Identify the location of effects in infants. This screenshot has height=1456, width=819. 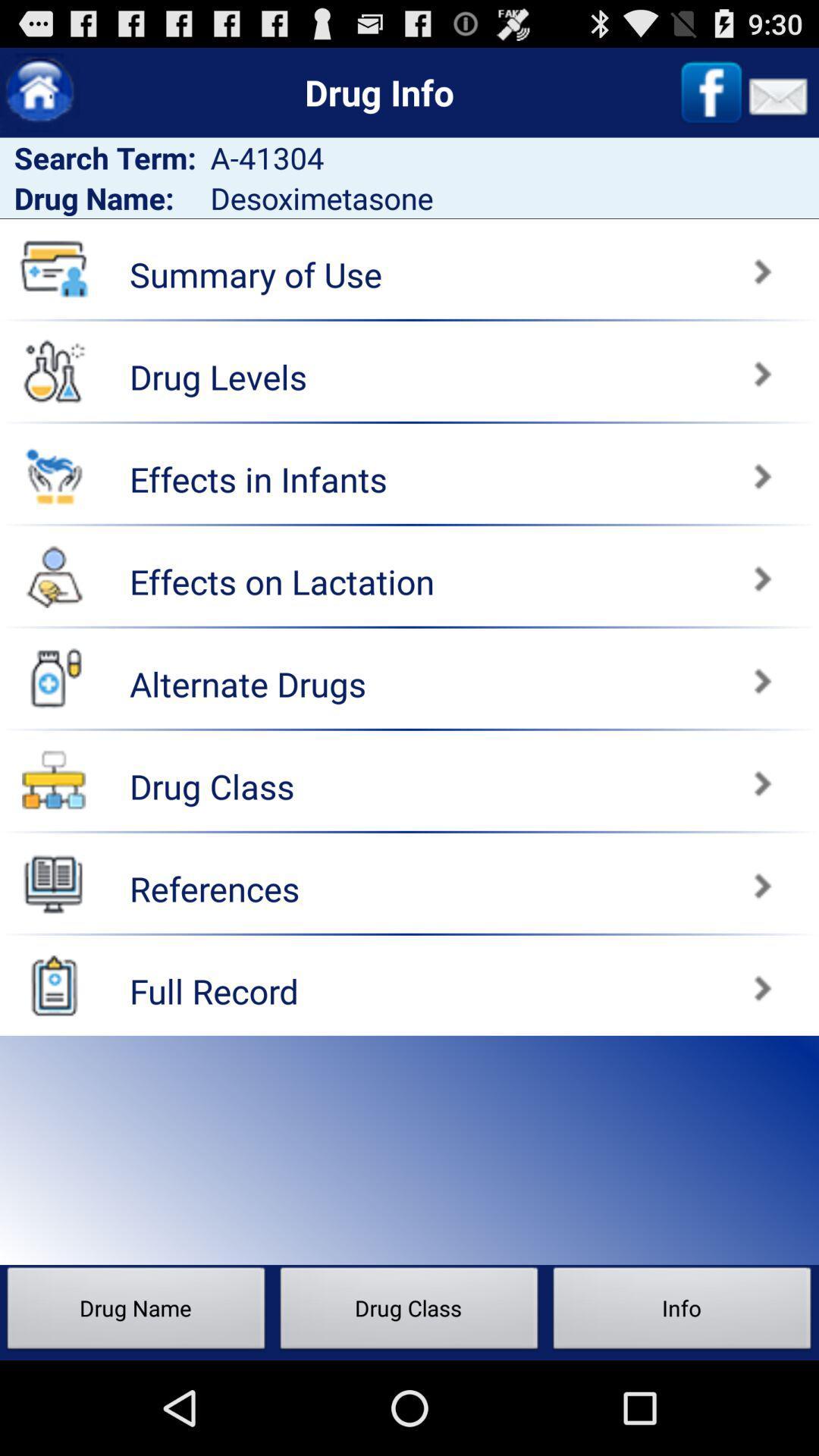
(617, 468).